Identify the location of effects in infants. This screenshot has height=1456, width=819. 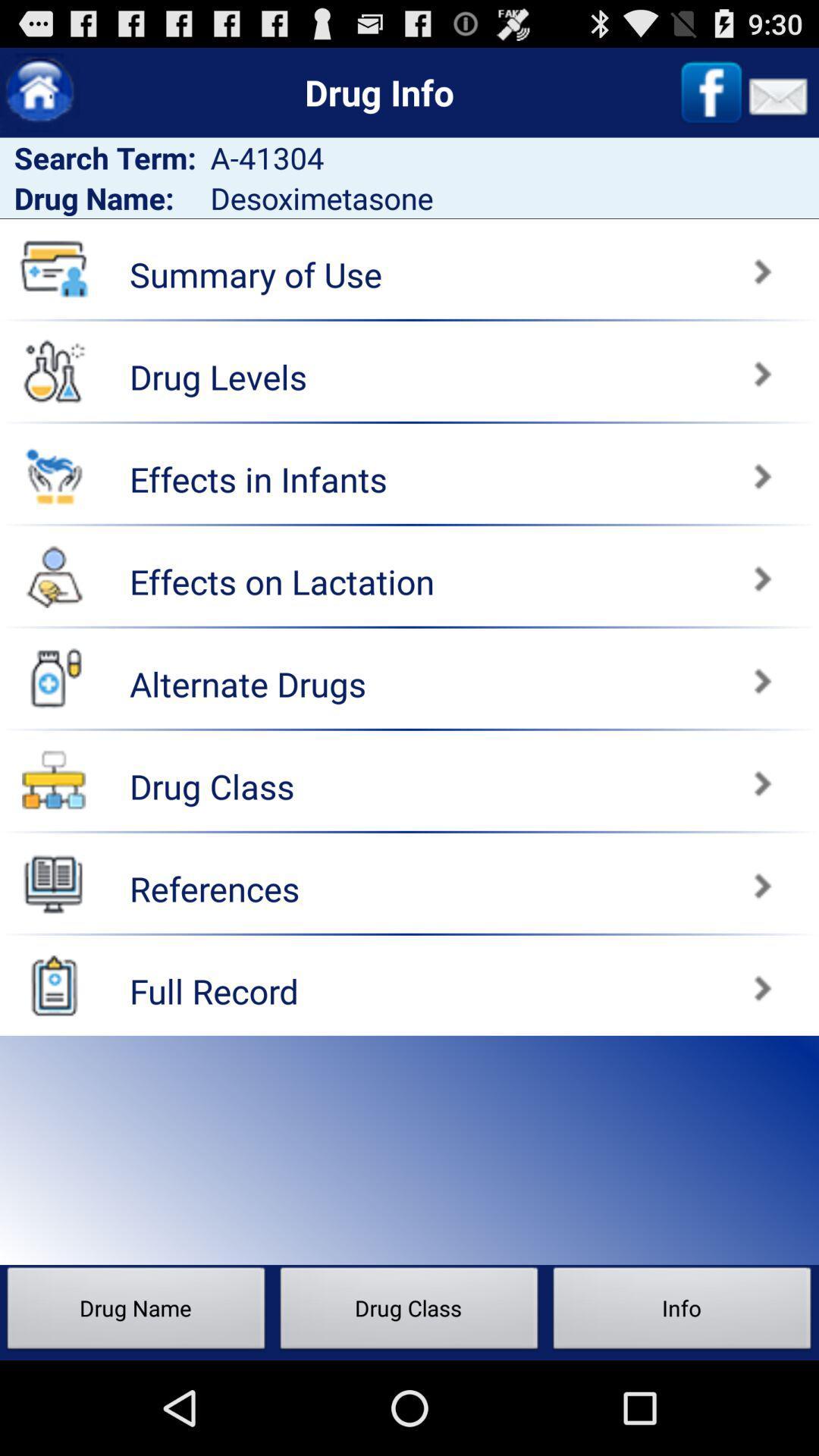
(617, 468).